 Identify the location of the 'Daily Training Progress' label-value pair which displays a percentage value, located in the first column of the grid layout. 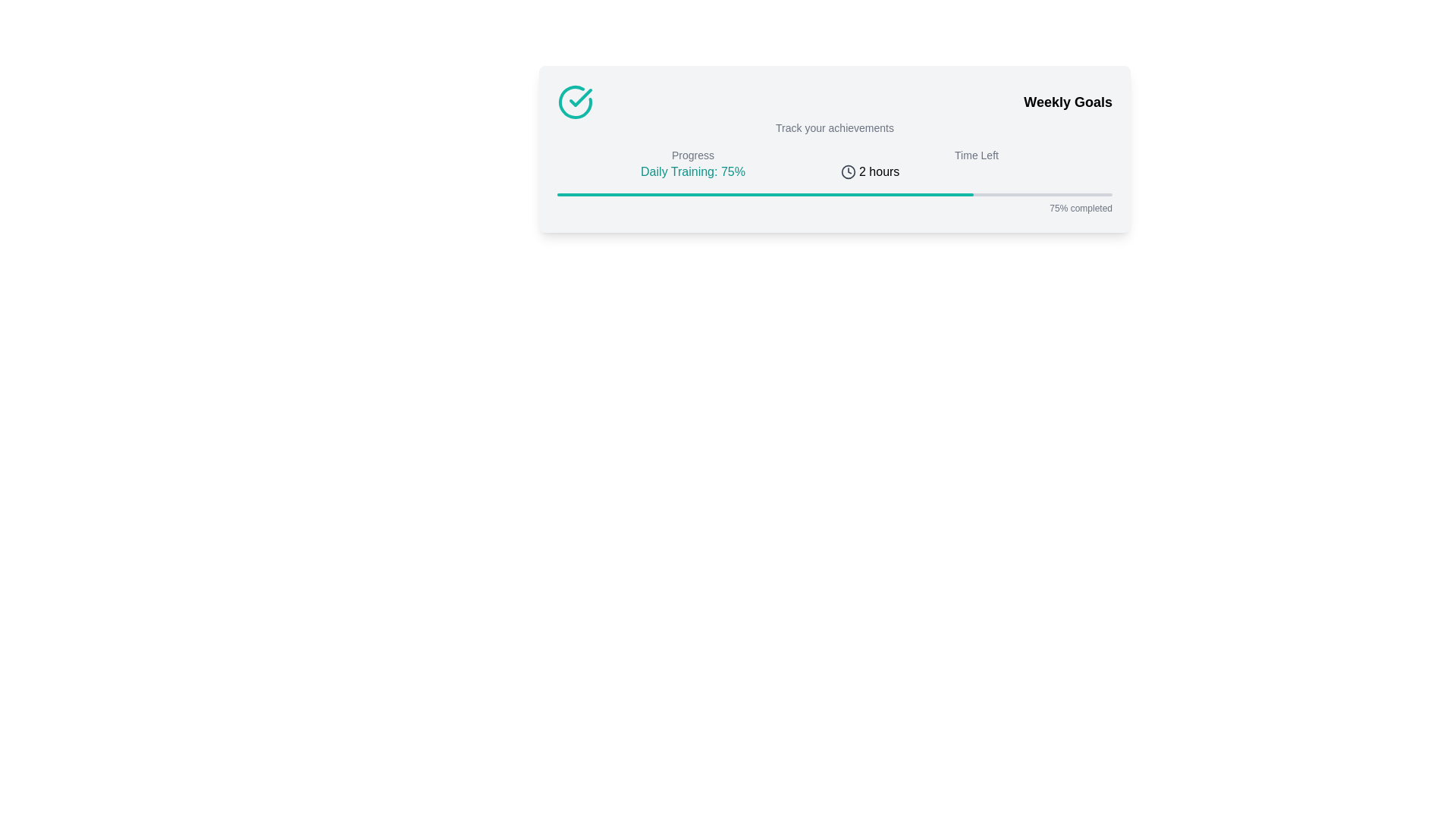
(692, 164).